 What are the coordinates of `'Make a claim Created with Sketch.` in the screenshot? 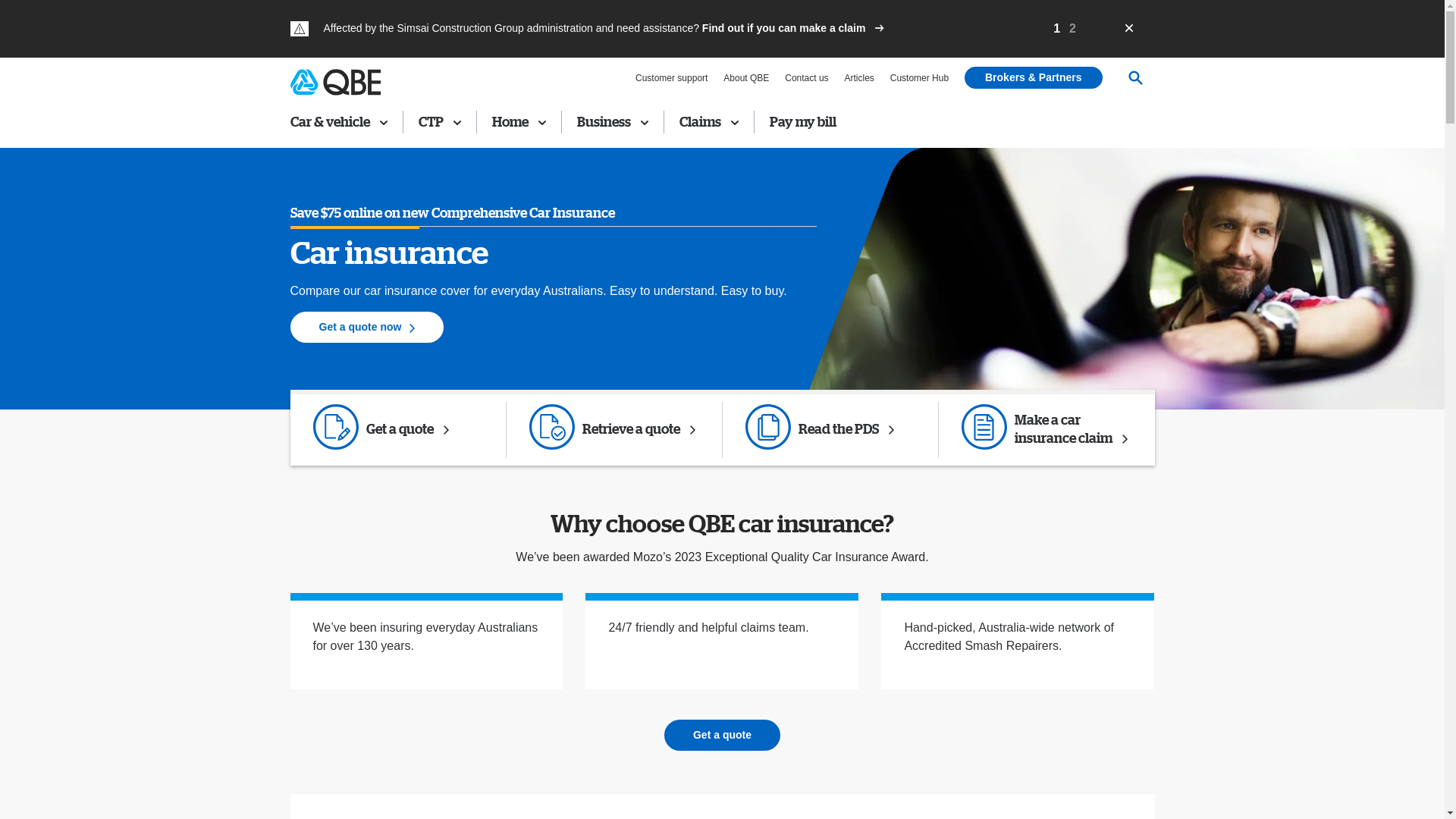 It's located at (1051, 430).